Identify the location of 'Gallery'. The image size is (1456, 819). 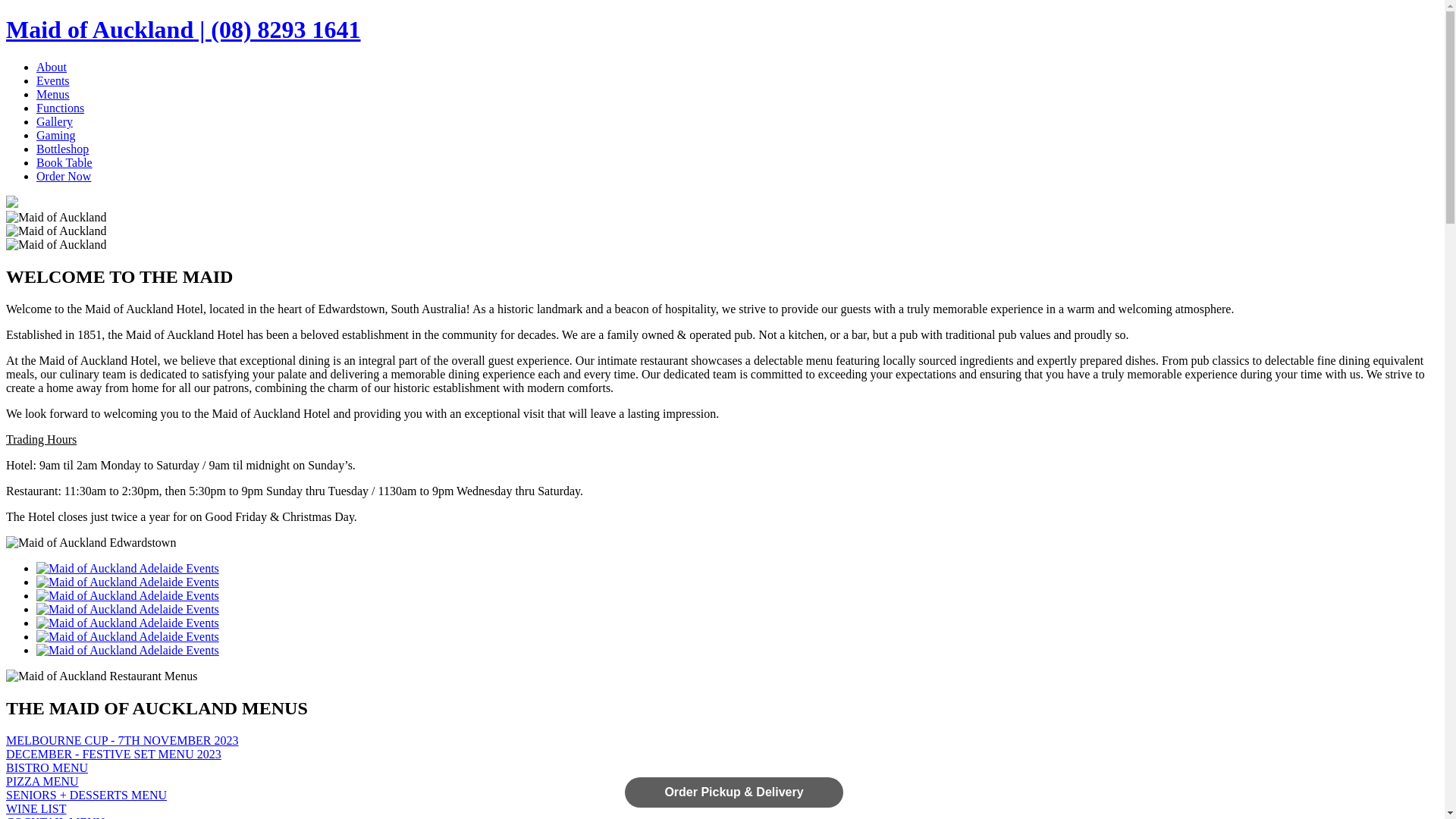
(55, 121).